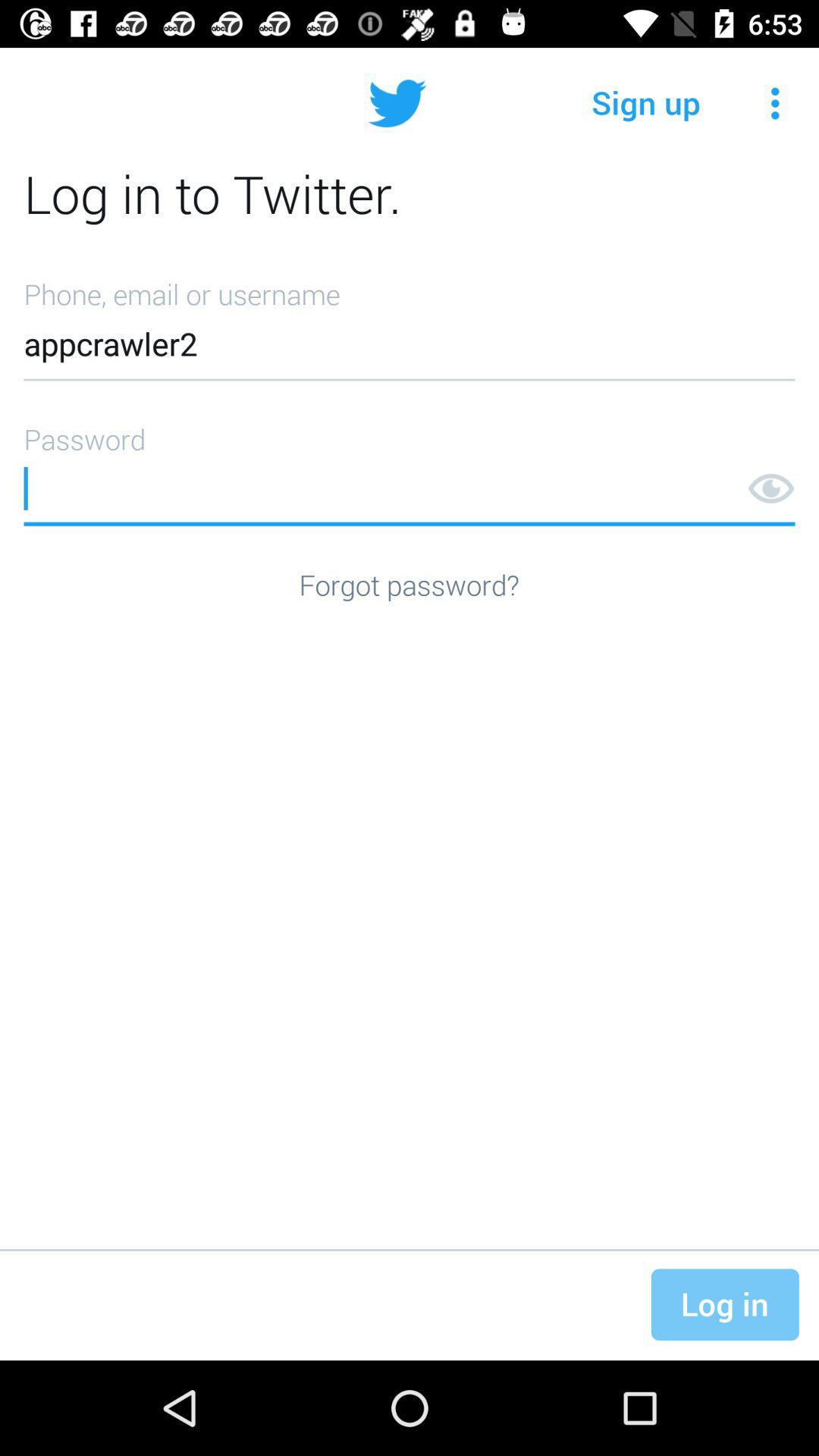 This screenshot has width=819, height=1456. I want to click on the appcrawler2 item, so click(409, 323).